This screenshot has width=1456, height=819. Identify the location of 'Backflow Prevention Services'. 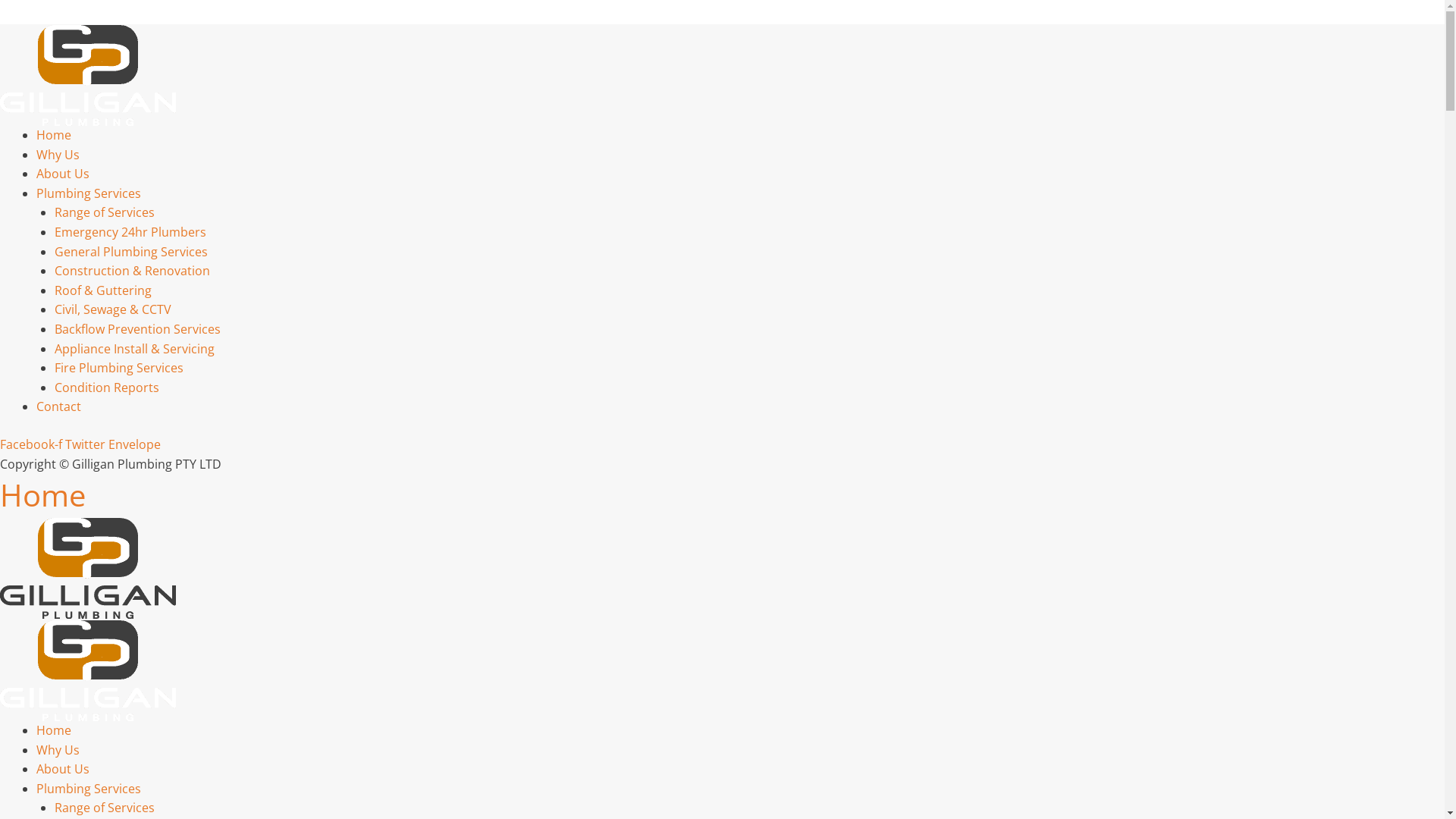
(137, 328).